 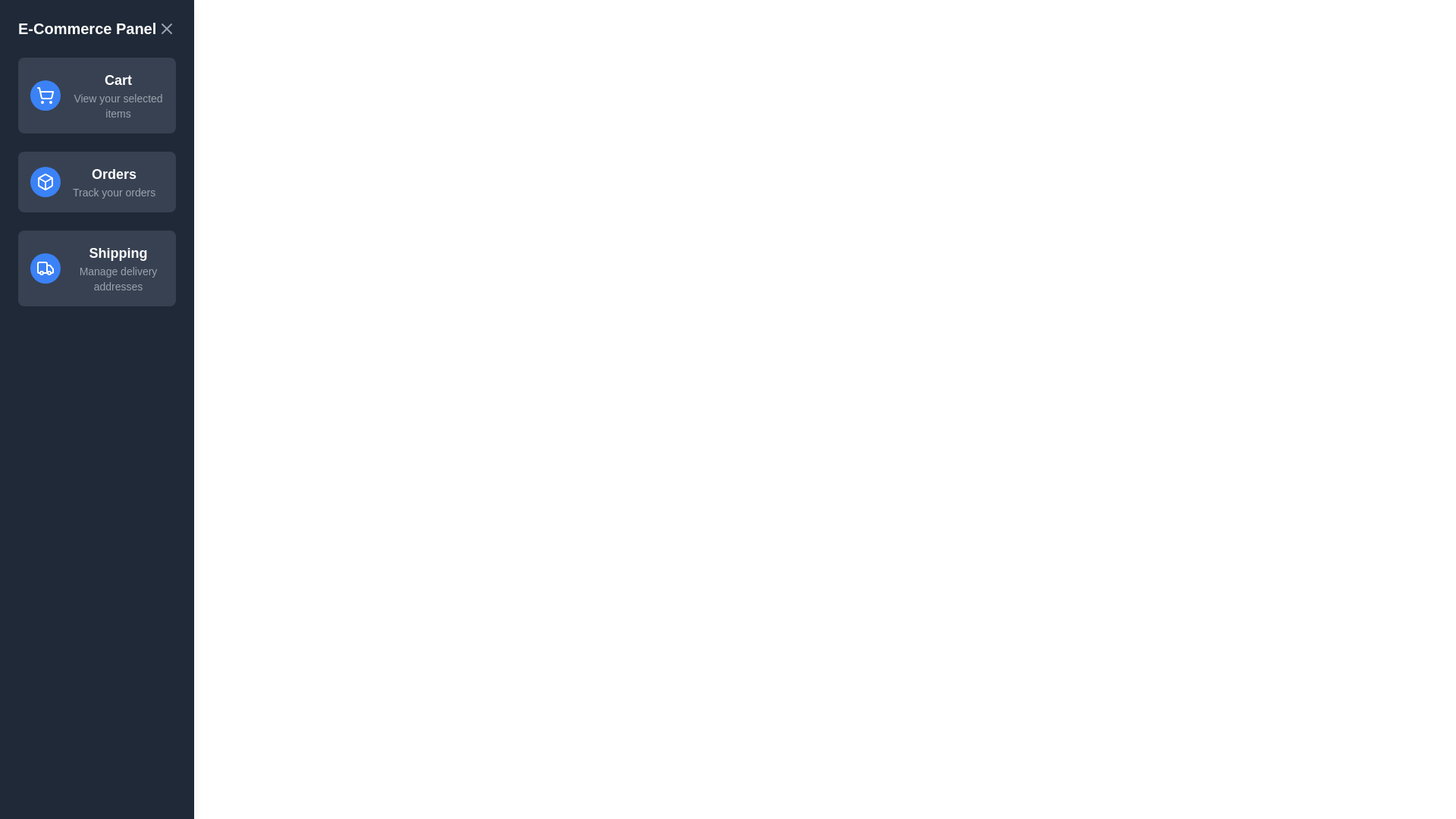 I want to click on the 'Cart' option in the E-Commerce Drawer, so click(x=96, y=96).